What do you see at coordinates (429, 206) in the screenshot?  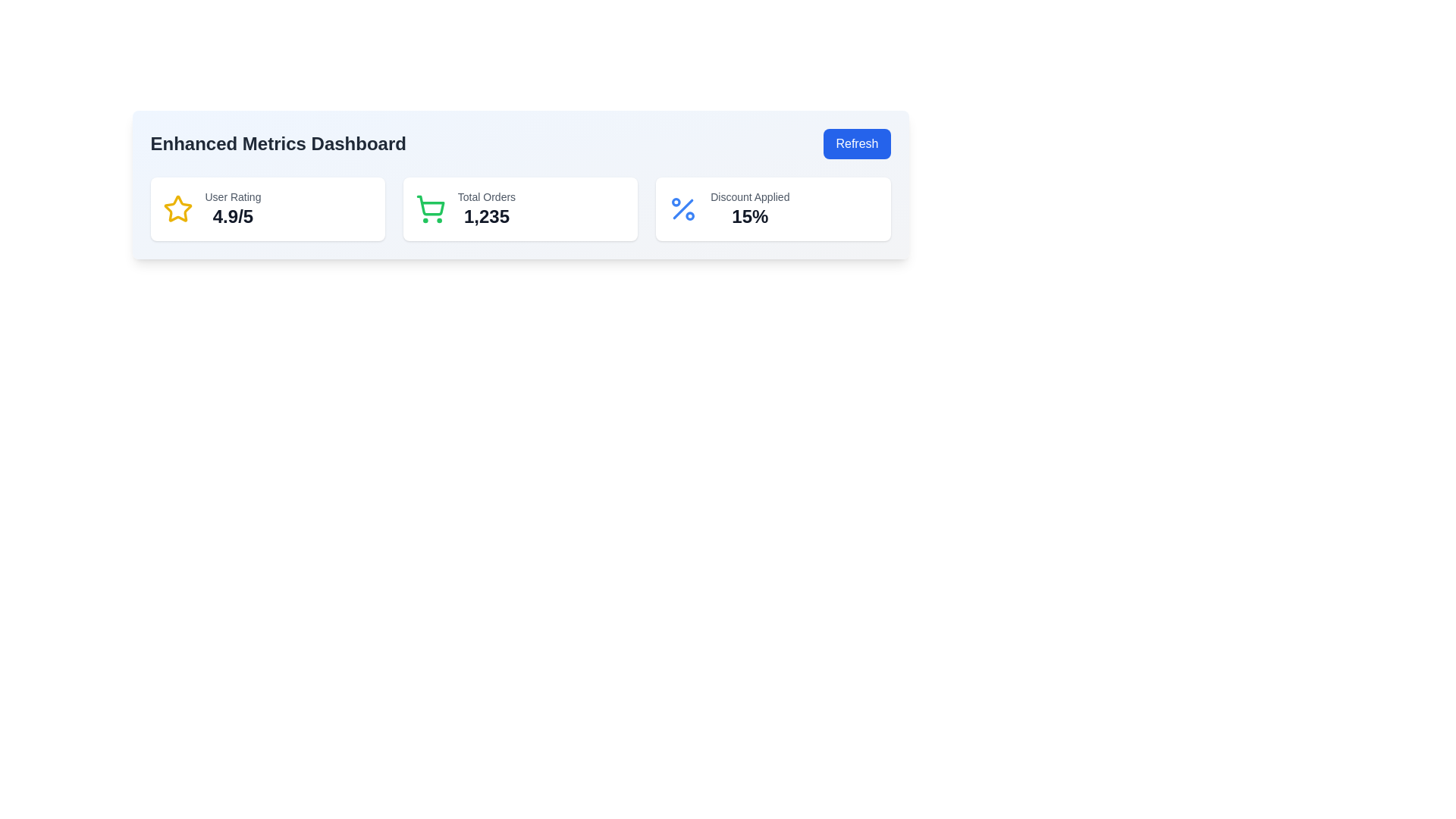 I see `the shopping cart icon in the second card labeled 'Total Orders' on the Enhanced Metrics Dashboard` at bounding box center [429, 206].